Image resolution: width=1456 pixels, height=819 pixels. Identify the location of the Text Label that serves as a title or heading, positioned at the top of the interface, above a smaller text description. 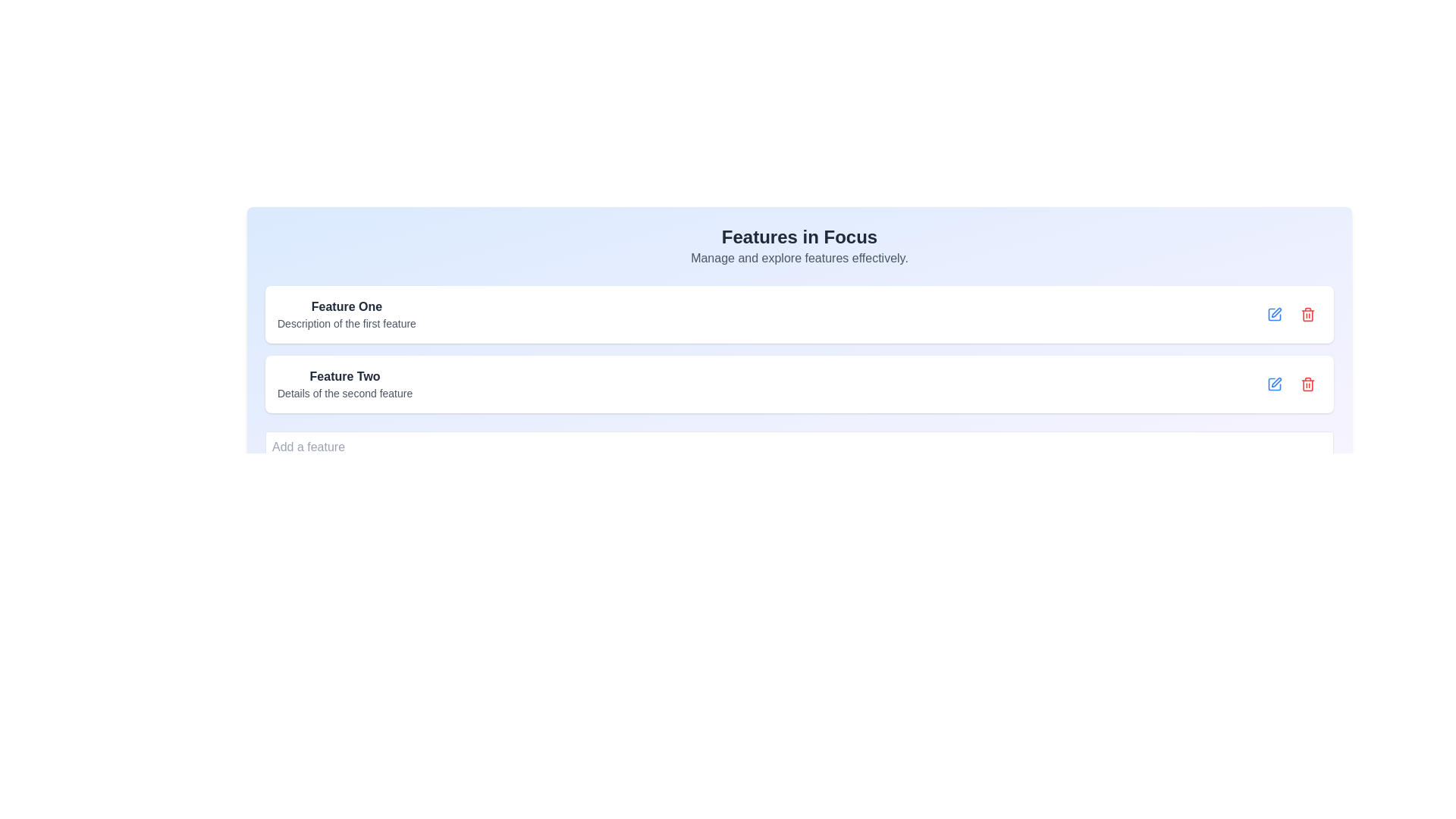
(799, 237).